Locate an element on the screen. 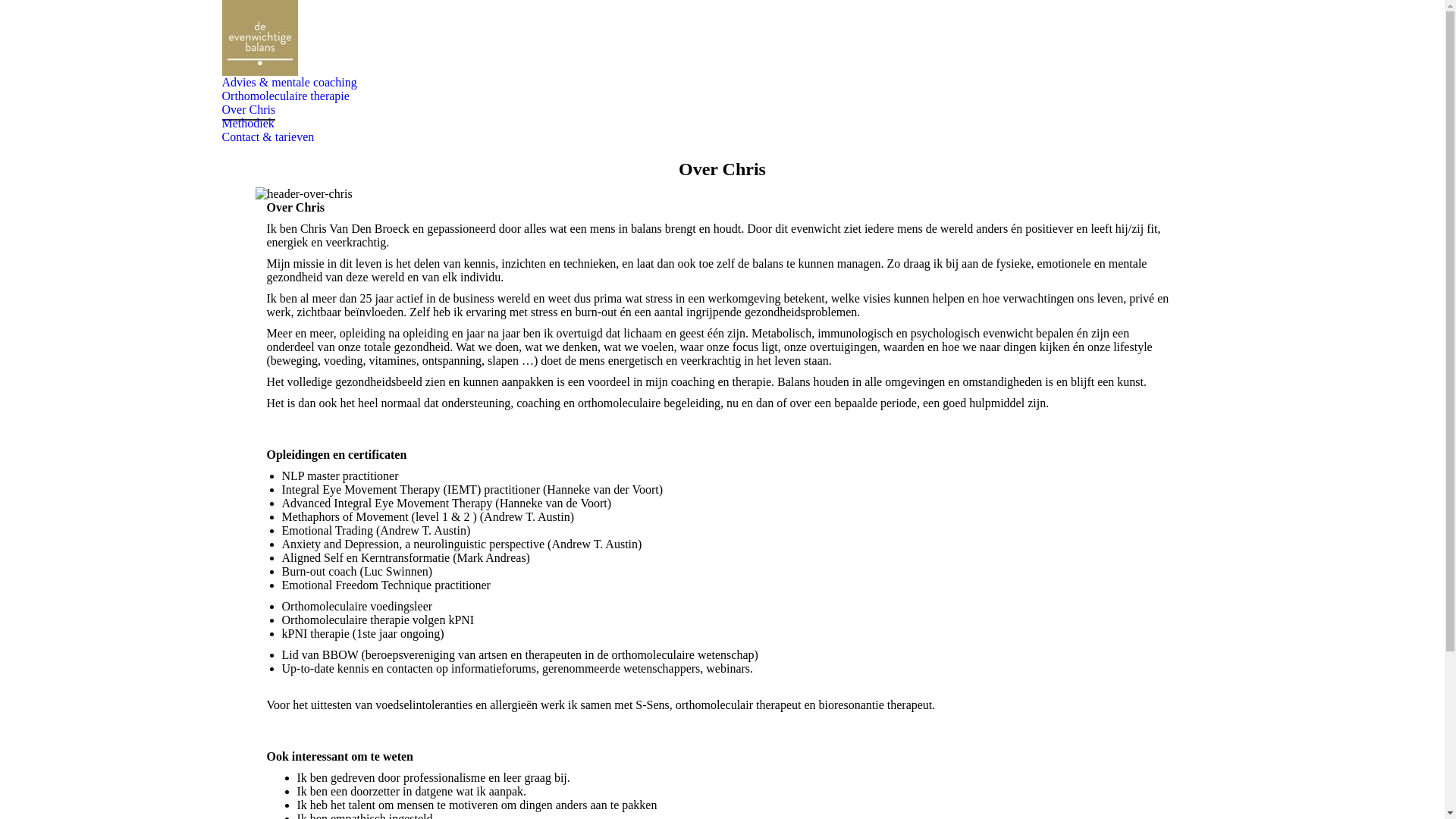 This screenshot has width=1456, height=819. 'Contact & tarieven' is located at coordinates (268, 137).